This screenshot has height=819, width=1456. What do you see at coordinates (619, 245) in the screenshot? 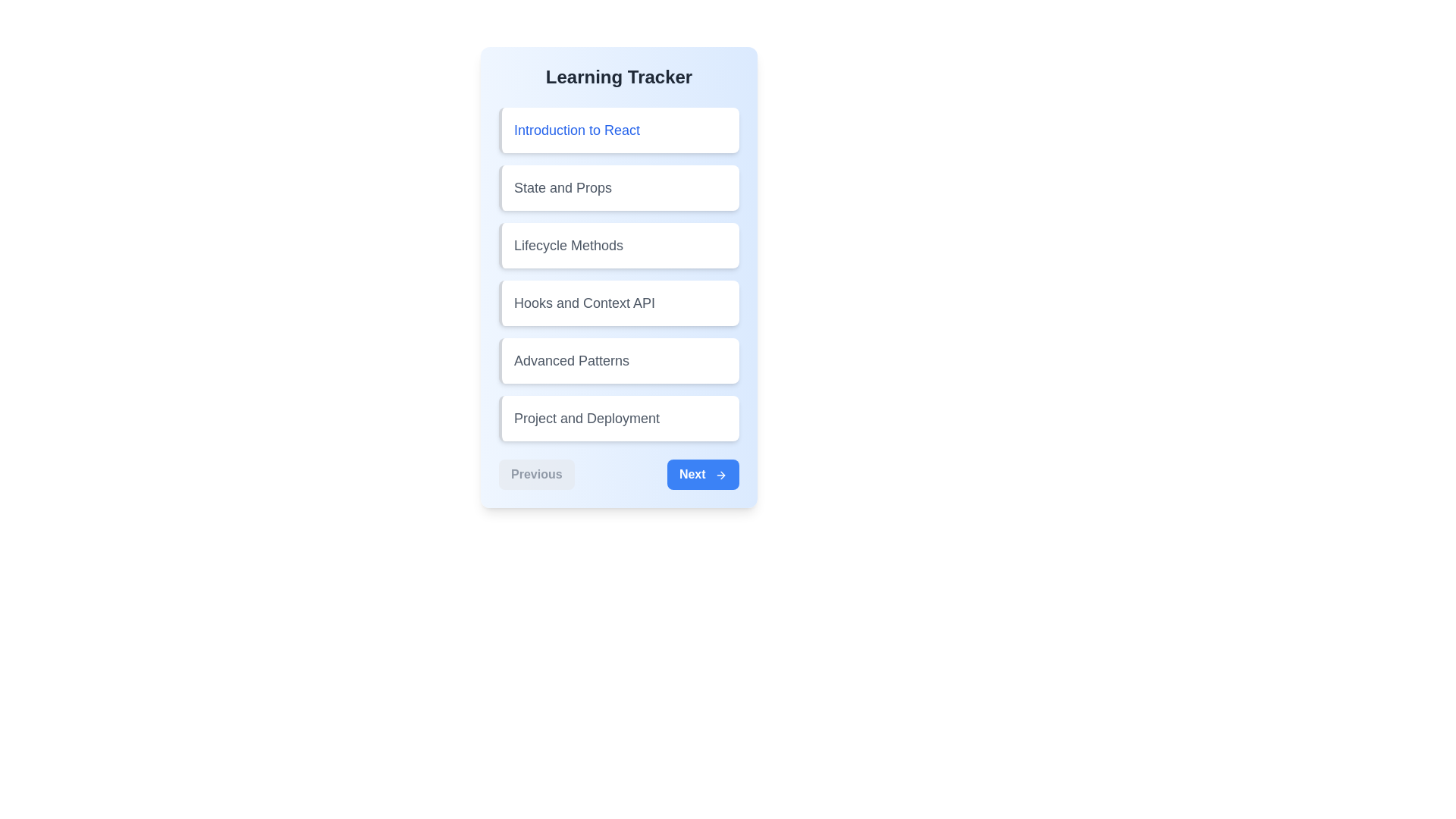
I see `the lesson titled 'Lifecycle Methods' to select it` at bounding box center [619, 245].